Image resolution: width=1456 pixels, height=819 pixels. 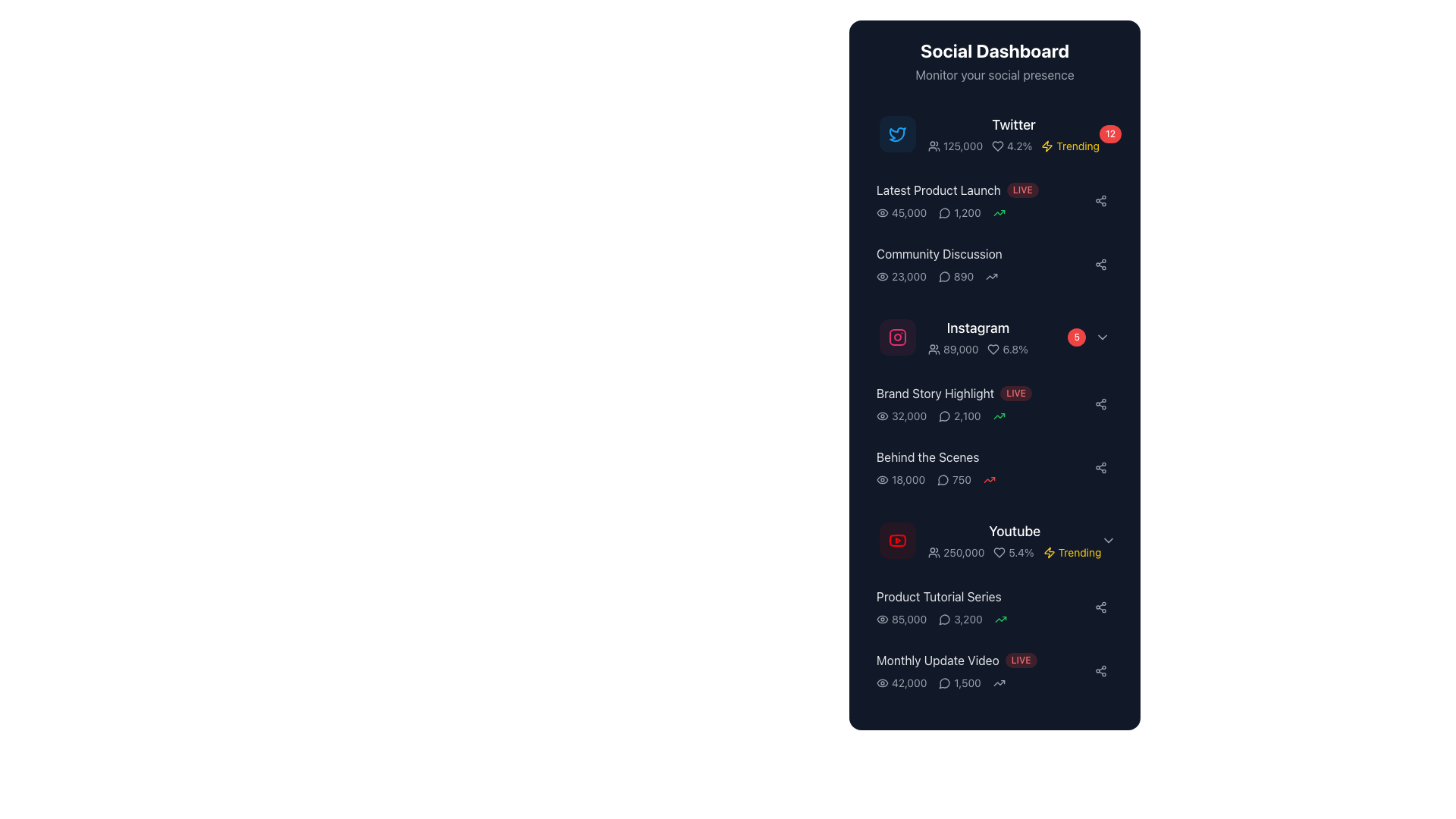 What do you see at coordinates (994, 467) in the screenshot?
I see `the fifth item in the 'Social Dashboard' that displays a social content summary, including a title, view count, comment count, and a trend indicator` at bounding box center [994, 467].